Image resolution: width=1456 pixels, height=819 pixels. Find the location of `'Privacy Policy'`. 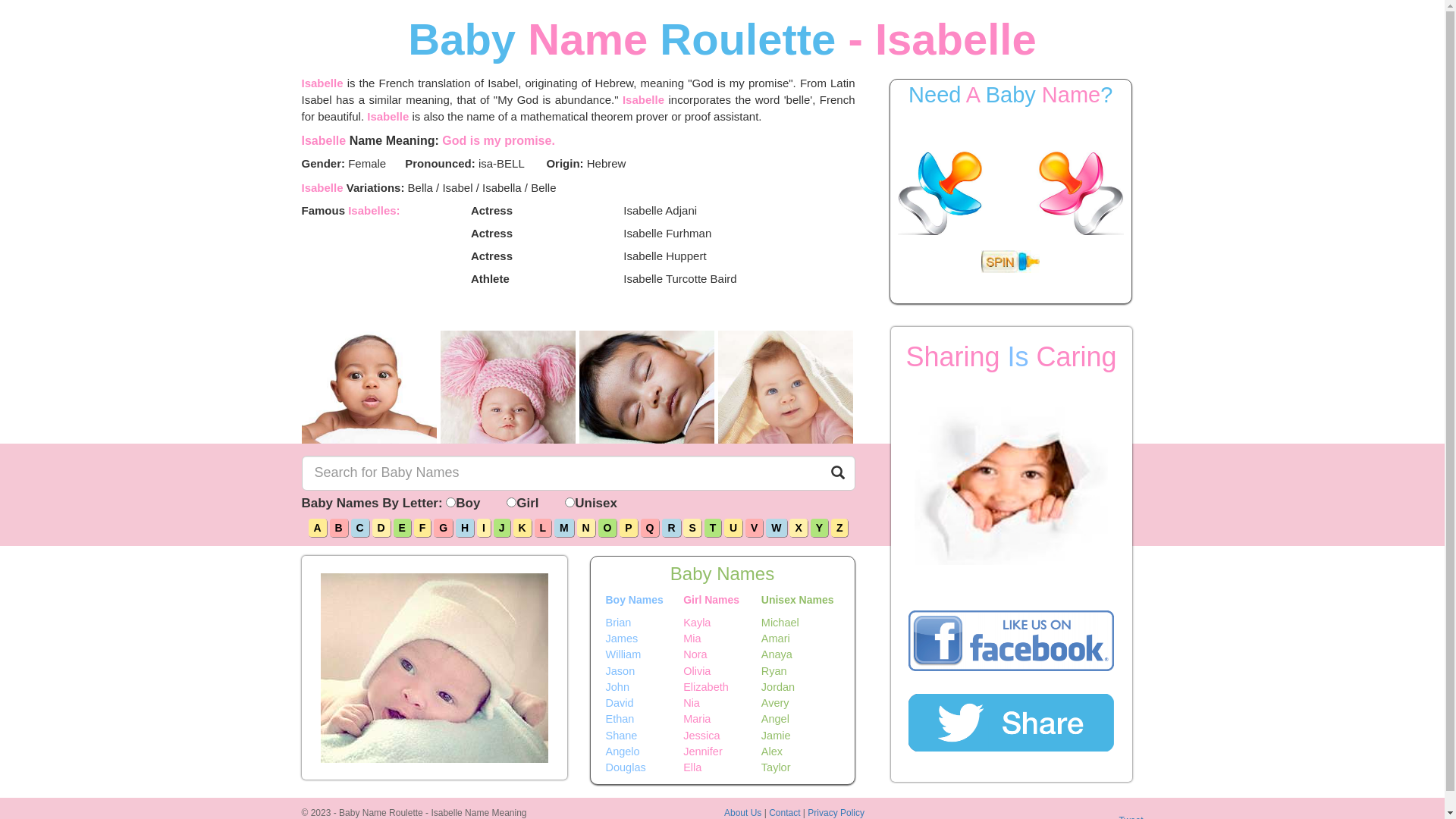

'Privacy Policy' is located at coordinates (835, 812).